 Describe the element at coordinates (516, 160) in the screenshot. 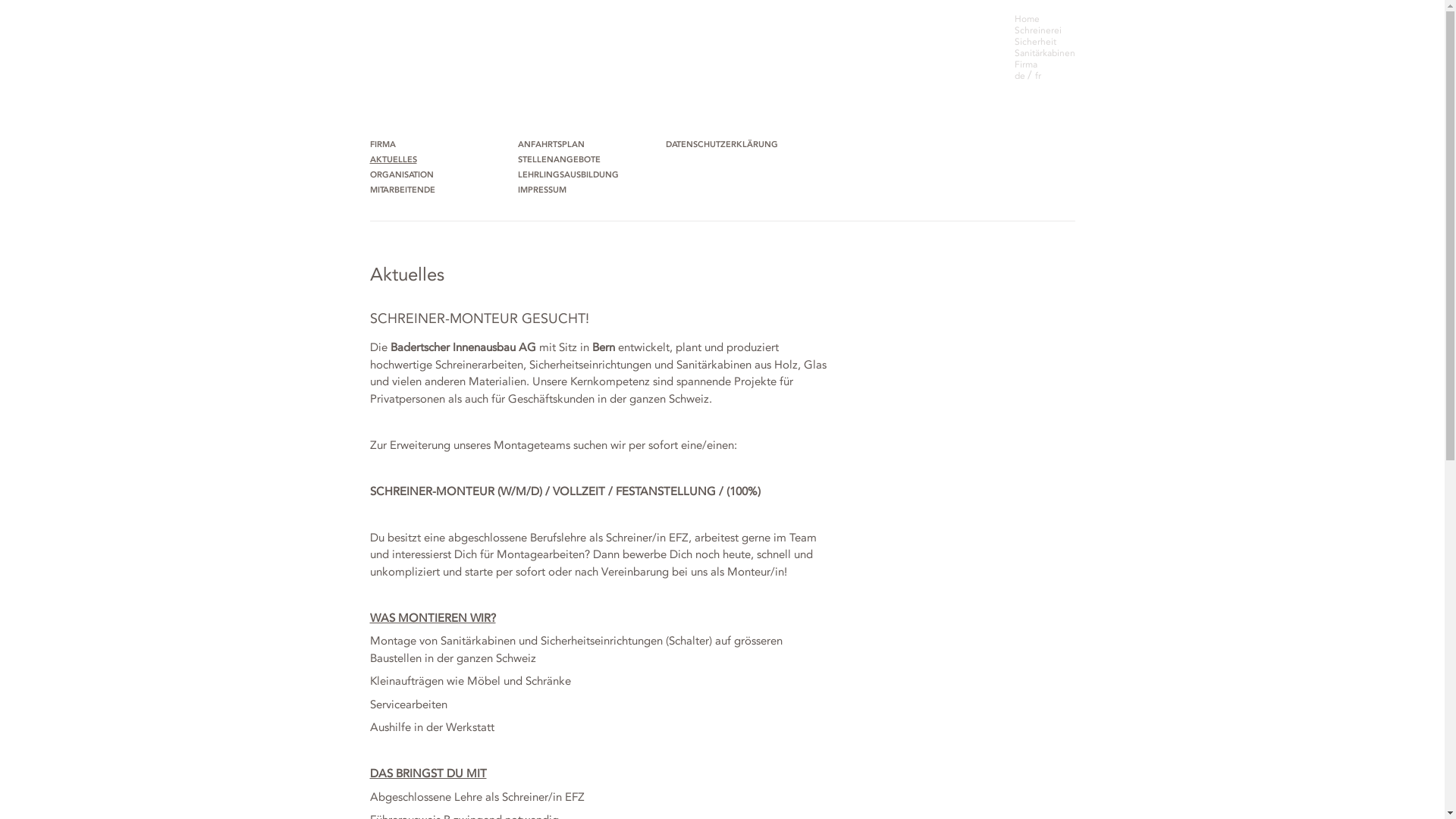

I see `'STELLENANGEBOTE'` at that location.